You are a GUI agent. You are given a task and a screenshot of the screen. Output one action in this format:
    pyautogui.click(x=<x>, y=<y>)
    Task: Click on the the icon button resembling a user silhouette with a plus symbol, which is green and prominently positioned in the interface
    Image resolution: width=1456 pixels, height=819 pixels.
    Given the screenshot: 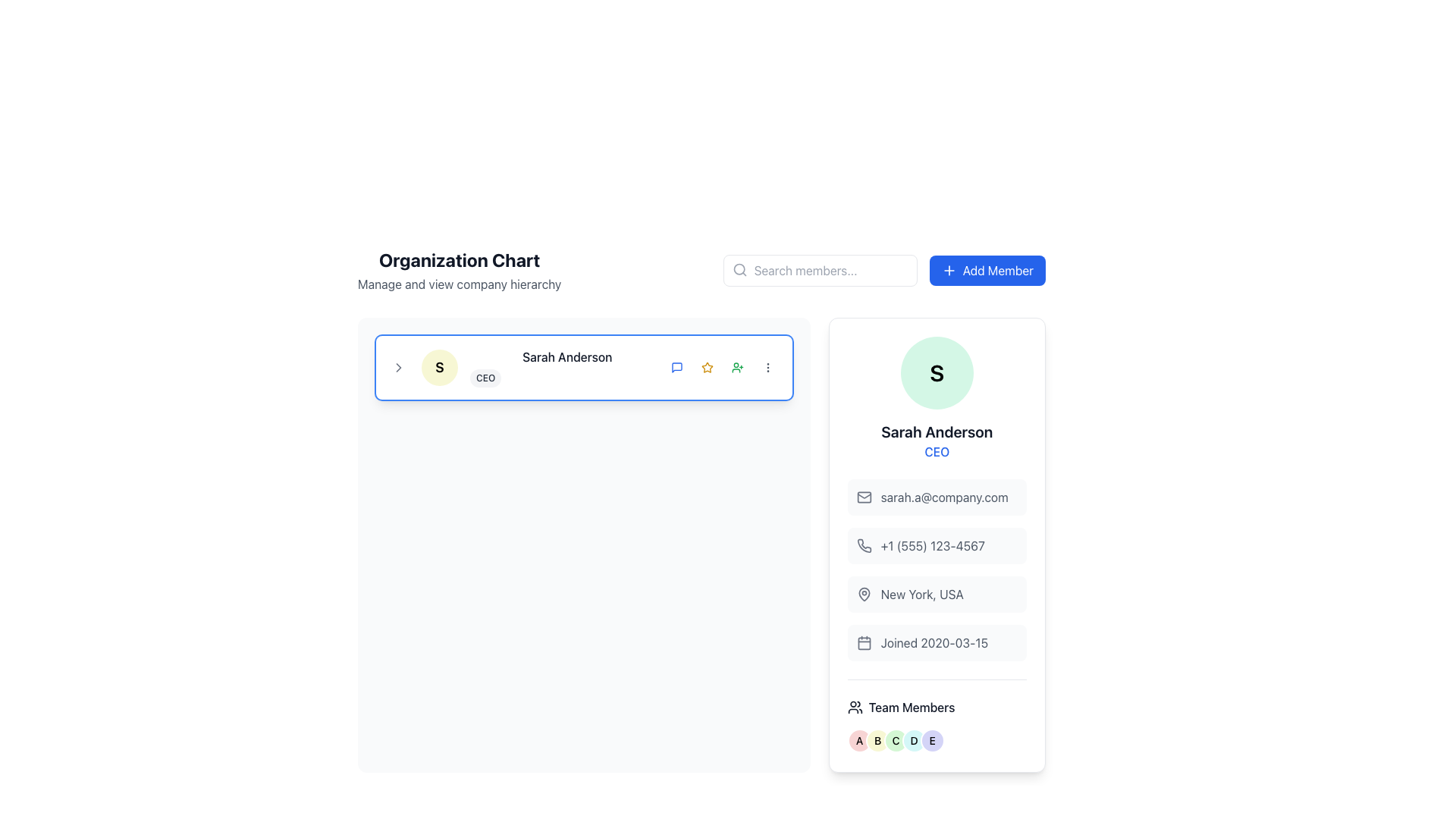 What is the action you would take?
    pyautogui.click(x=737, y=368)
    